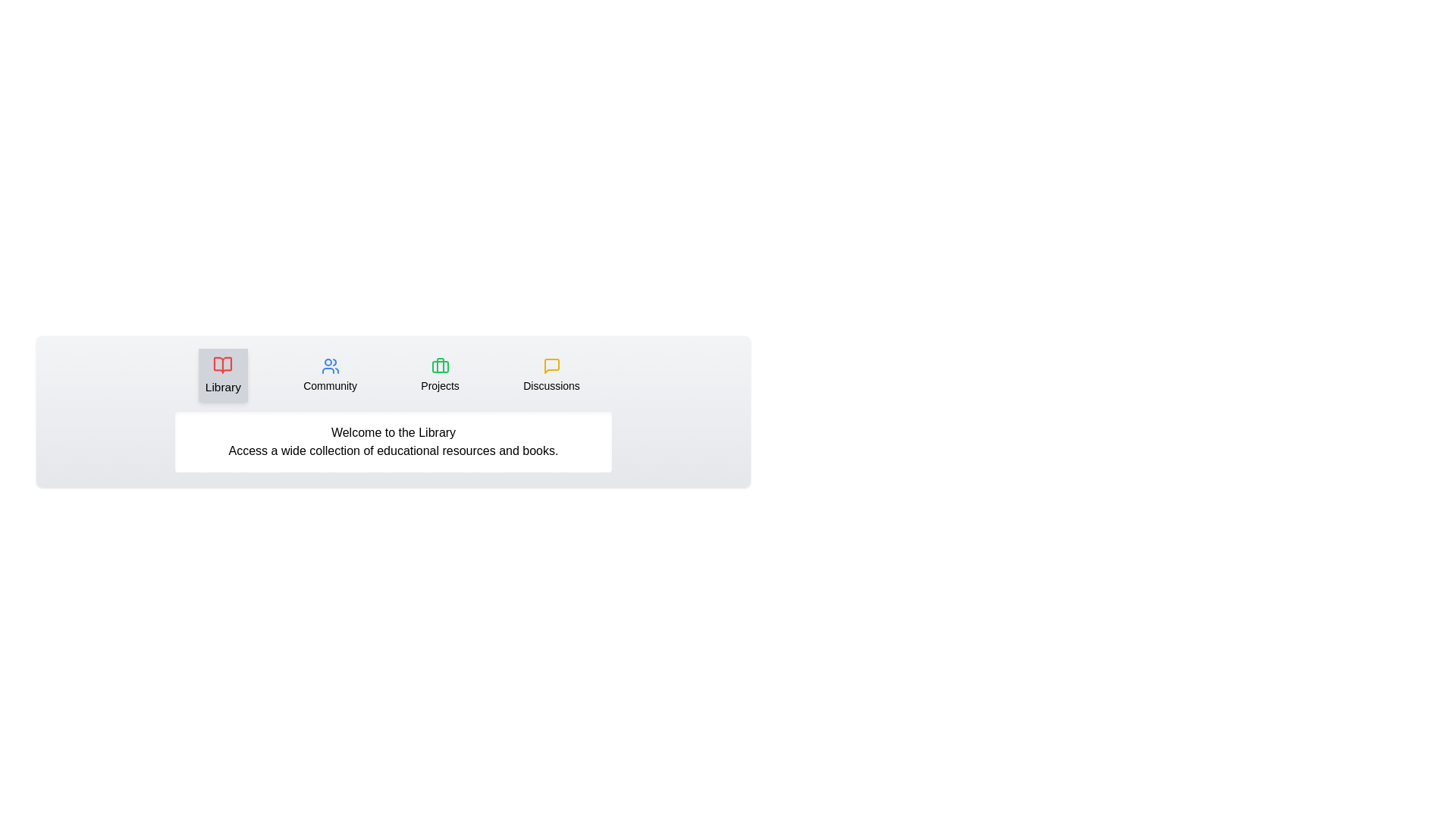 This screenshot has height=819, width=1456. Describe the element at coordinates (329, 385) in the screenshot. I see `the 'Community' text label, which is the second element in the navigation bar, providing context for the associated icon of people` at that location.